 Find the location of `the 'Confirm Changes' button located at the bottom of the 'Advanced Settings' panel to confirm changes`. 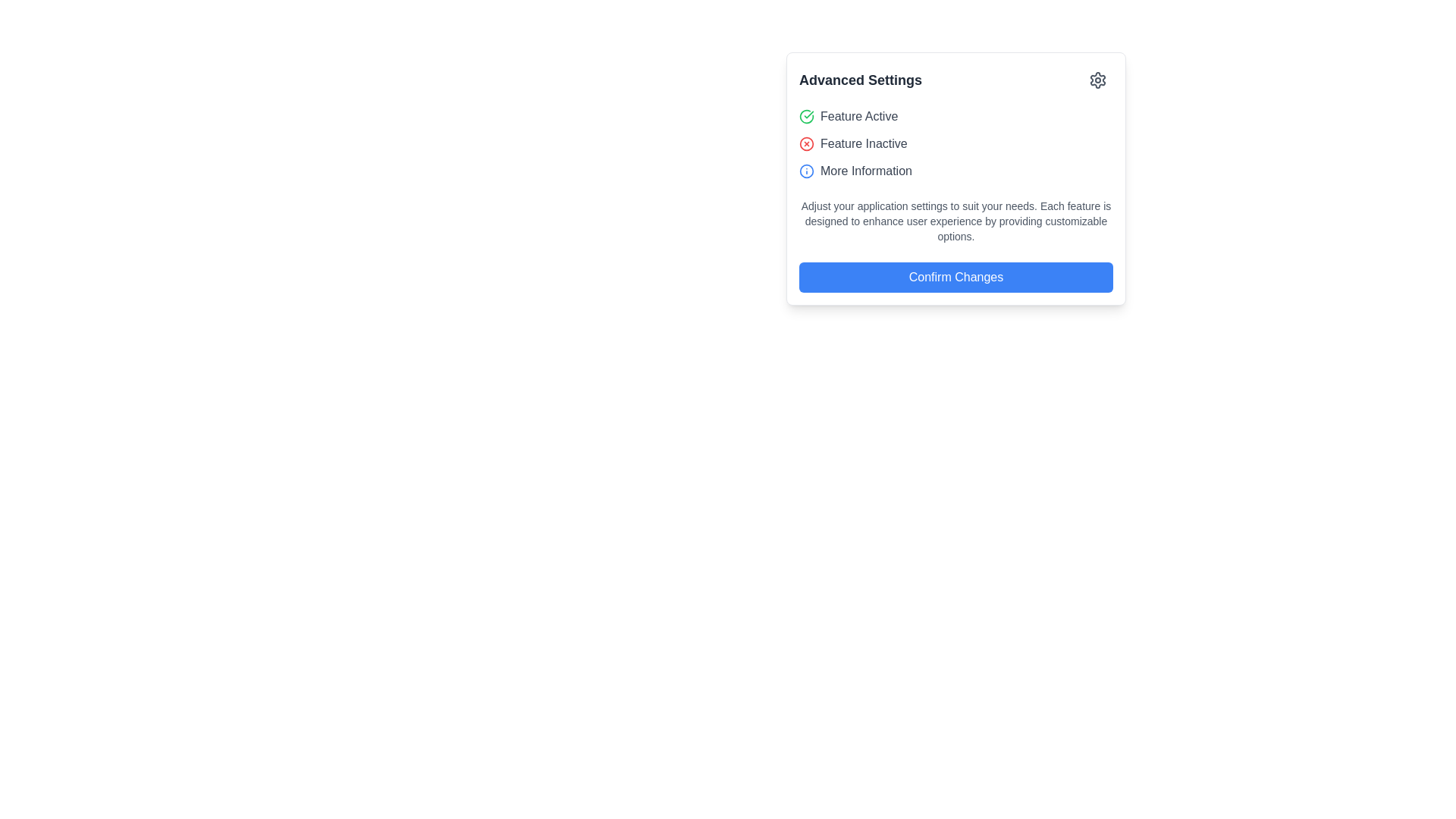

the 'Confirm Changes' button located at the bottom of the 'Advanced Settings' panel to confirm changes is located at coordinates (955, 278).